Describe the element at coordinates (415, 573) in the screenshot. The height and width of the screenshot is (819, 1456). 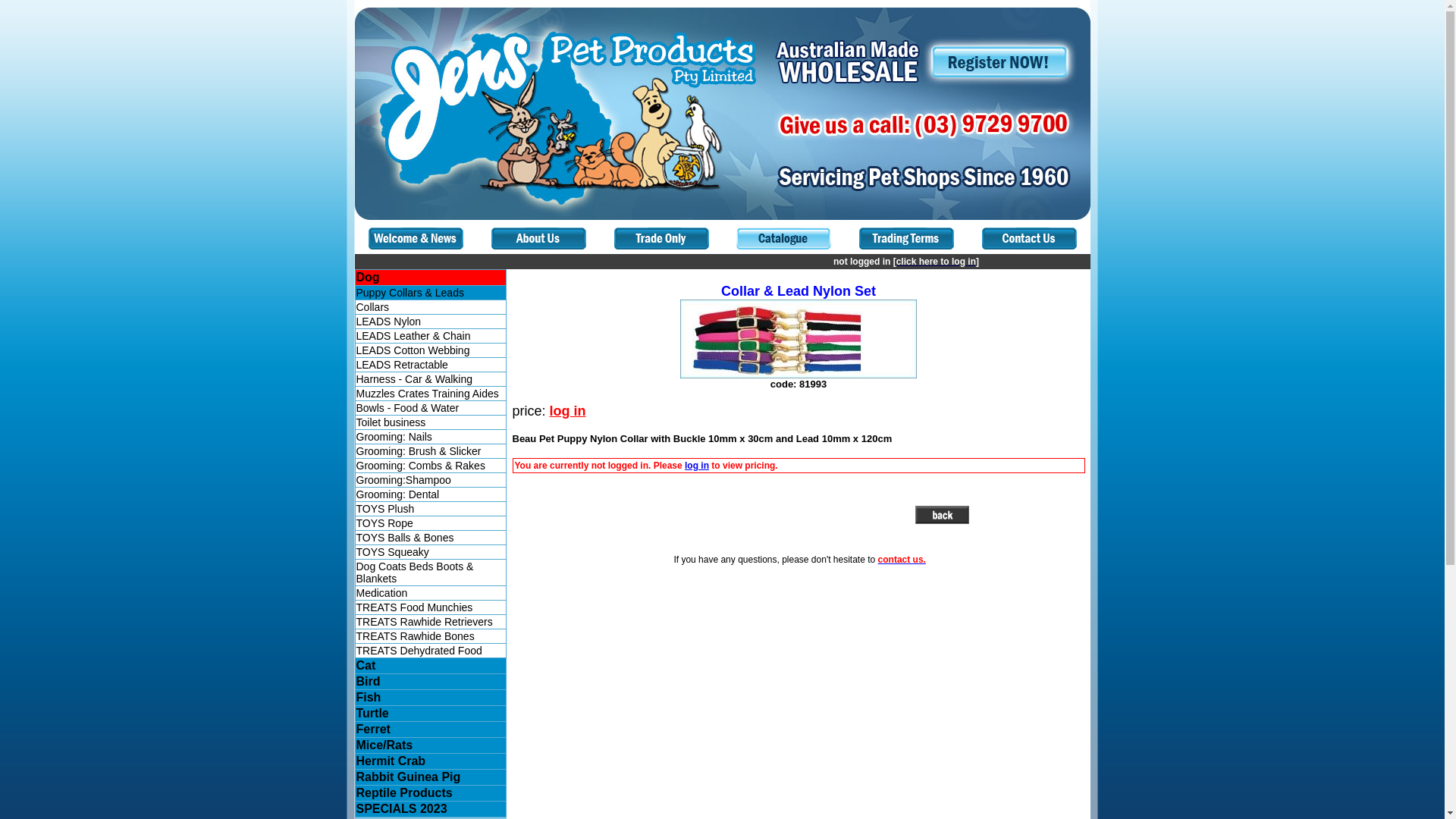
I see `'Dog Coats Beds Boots & Blankets'` at that location.